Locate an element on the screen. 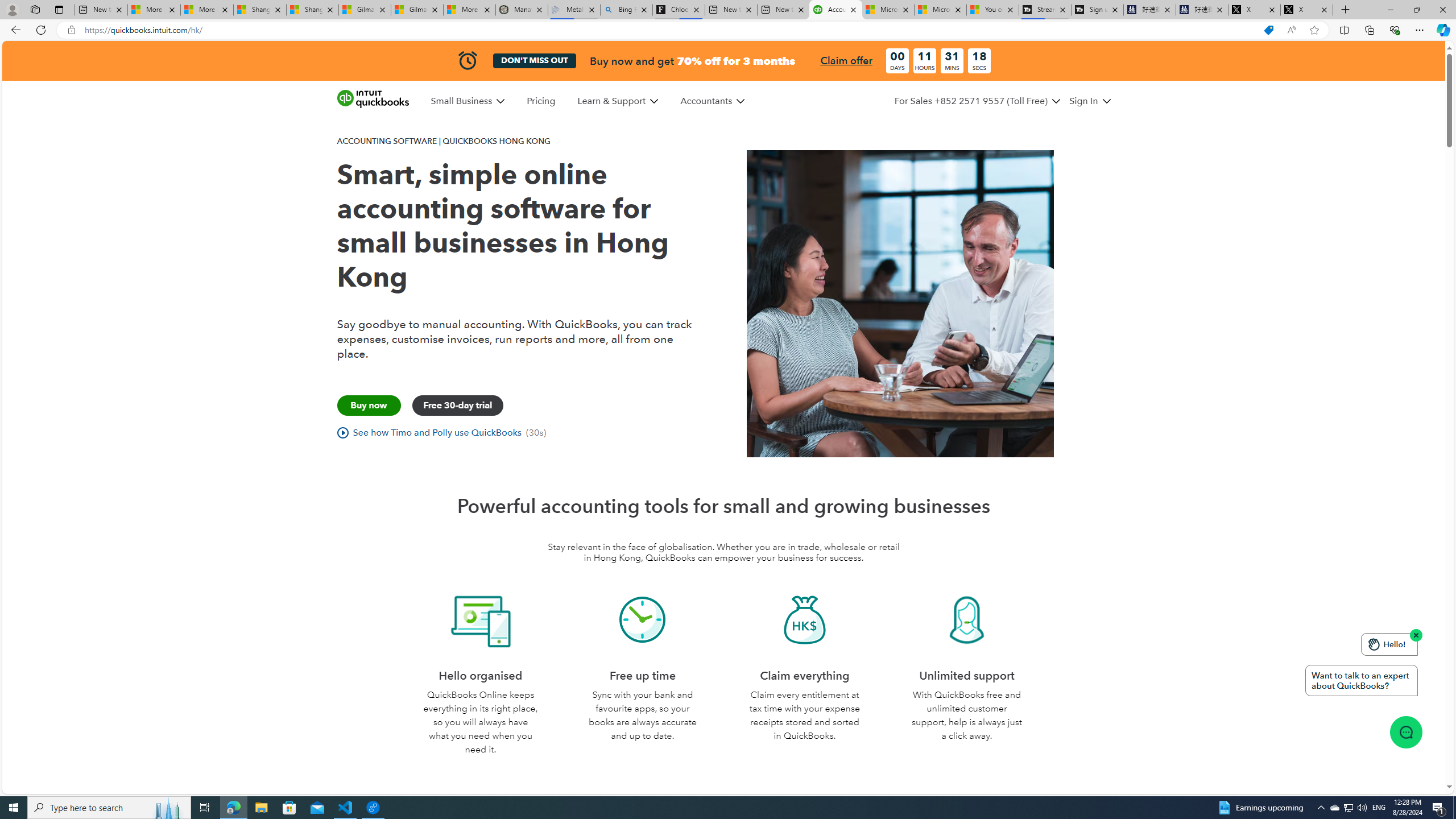  'Shopping in Microsoft Edge' is located at coordinates (1268, 30).